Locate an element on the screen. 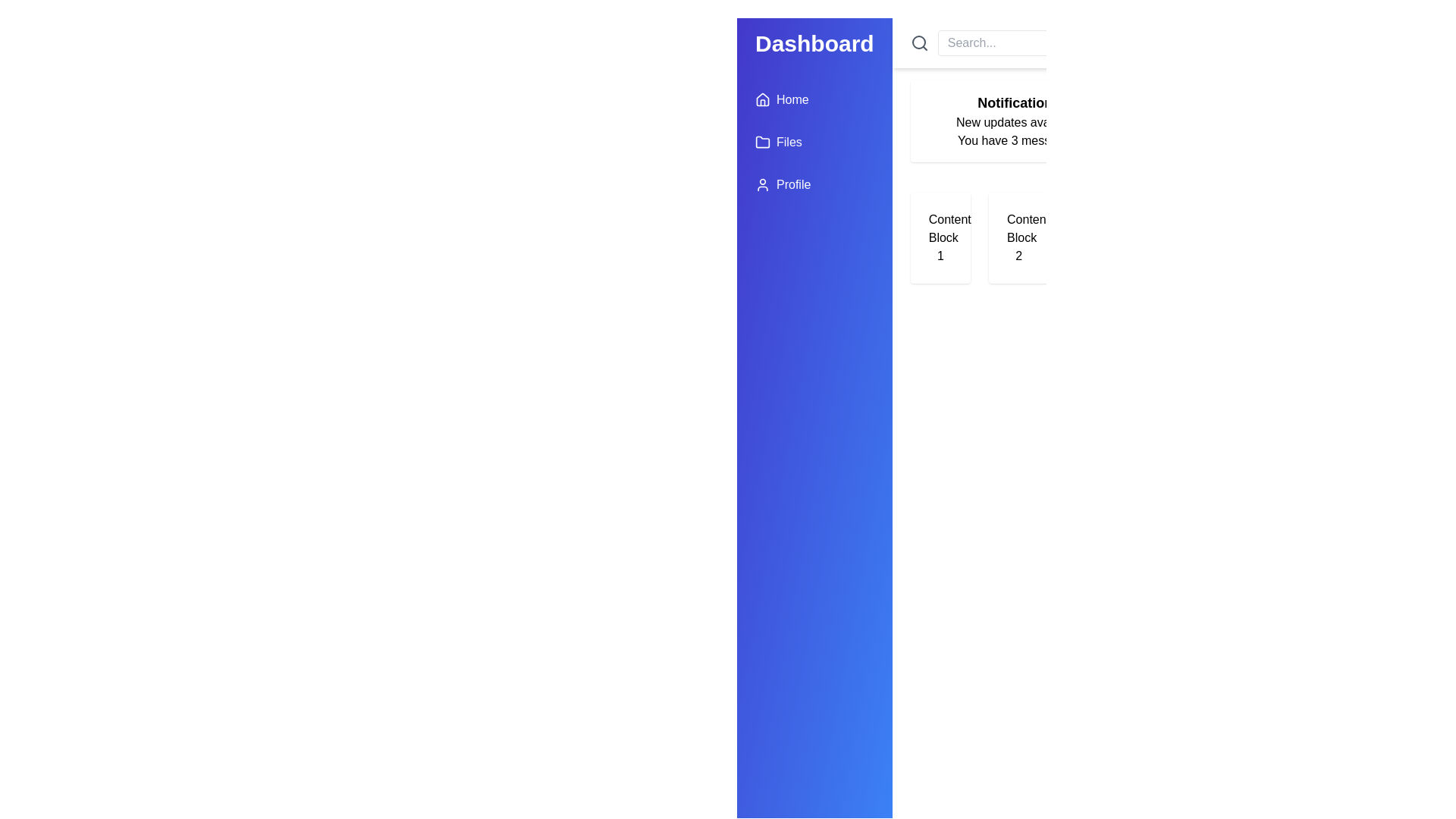 The image size is (1456, 819). the 'Files' icon in the left navigation sidebar is located at coordinates (763, 141).